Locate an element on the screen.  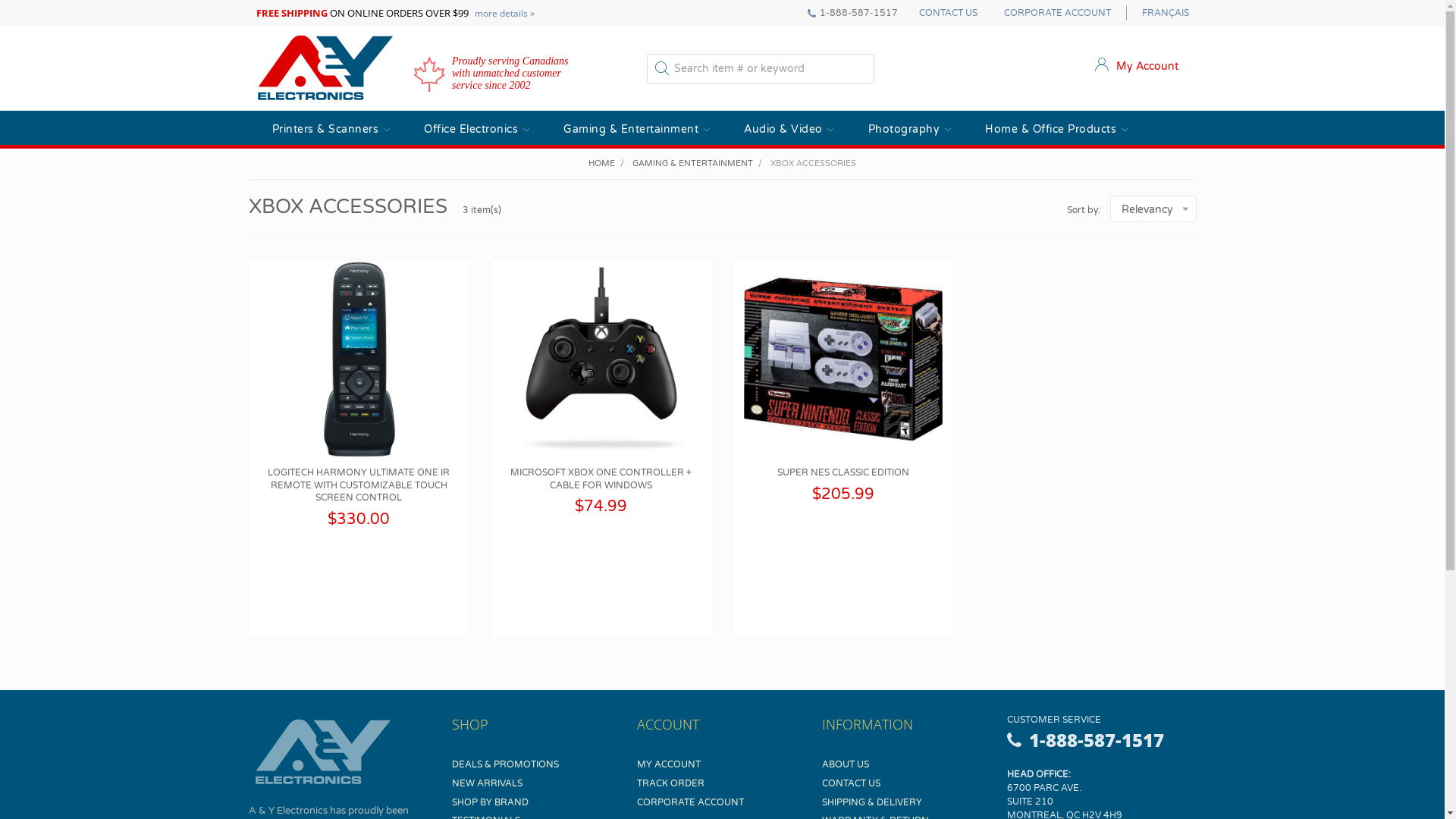
'Home & Office Products' is located at coordinates (1050, 128).